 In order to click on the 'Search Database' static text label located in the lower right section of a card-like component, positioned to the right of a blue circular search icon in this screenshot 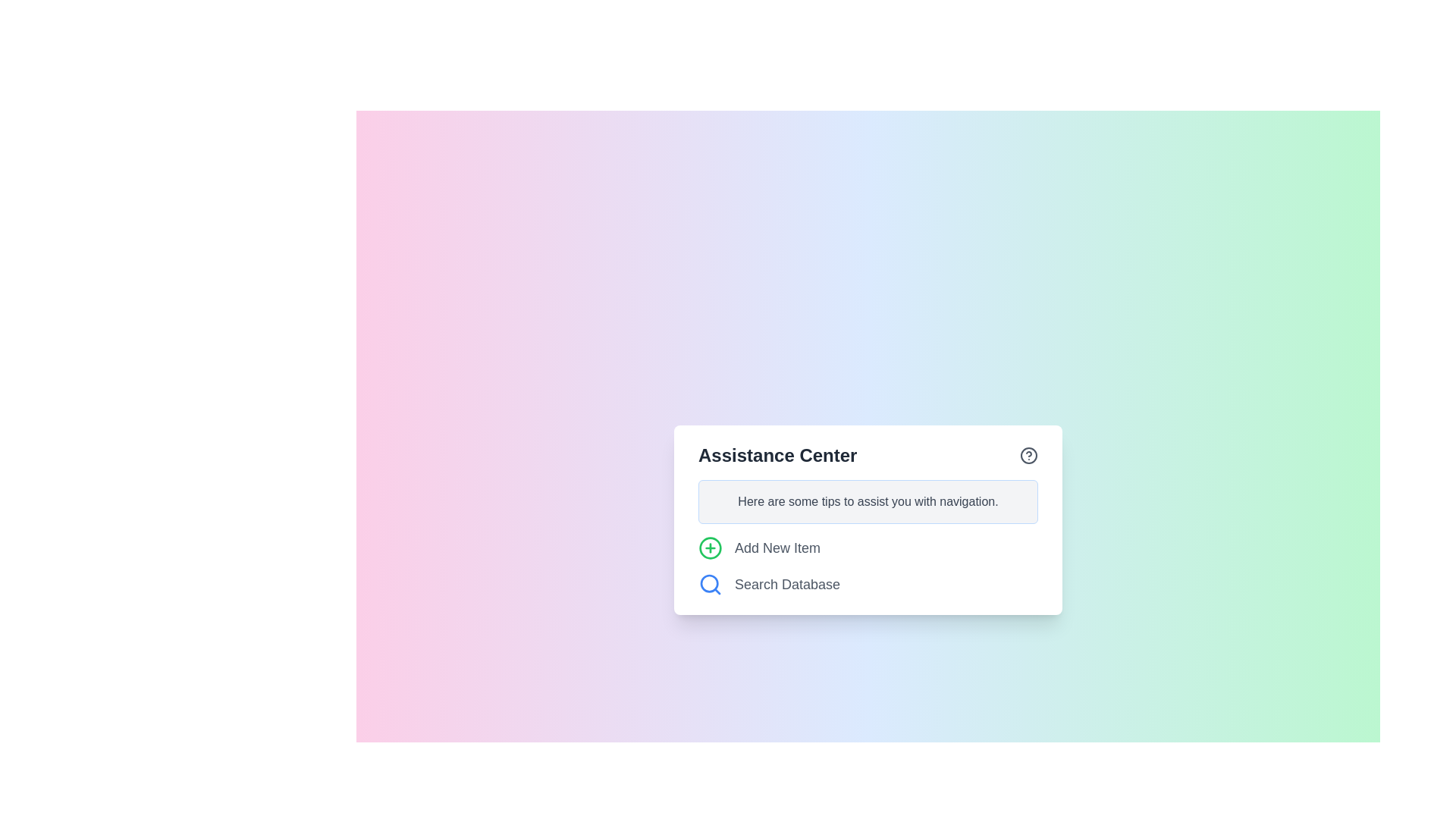, I will do `click(787, 584)`.